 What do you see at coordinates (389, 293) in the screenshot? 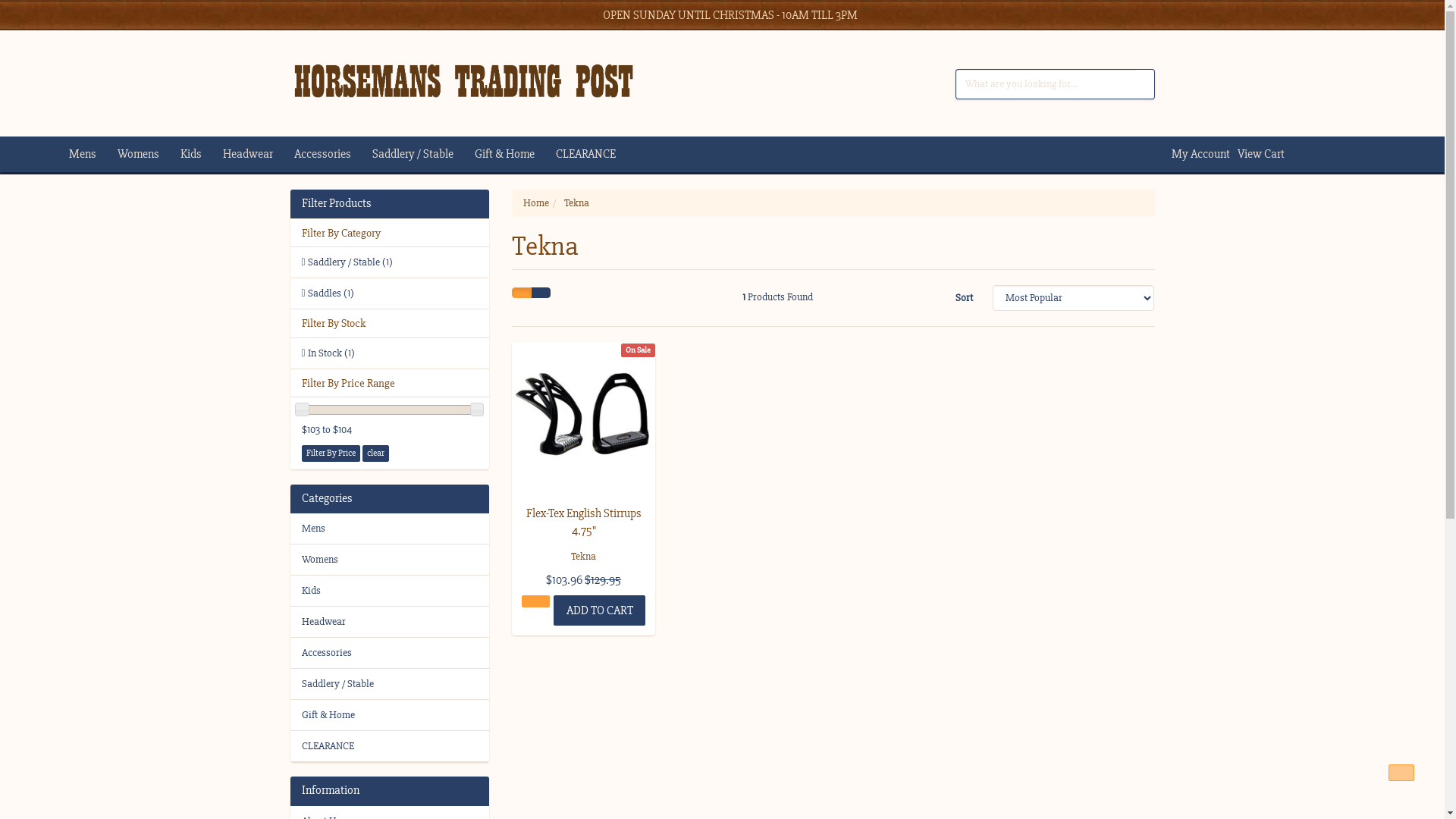
I see `'Saddles (1)'` at bounding box center [389, 293].